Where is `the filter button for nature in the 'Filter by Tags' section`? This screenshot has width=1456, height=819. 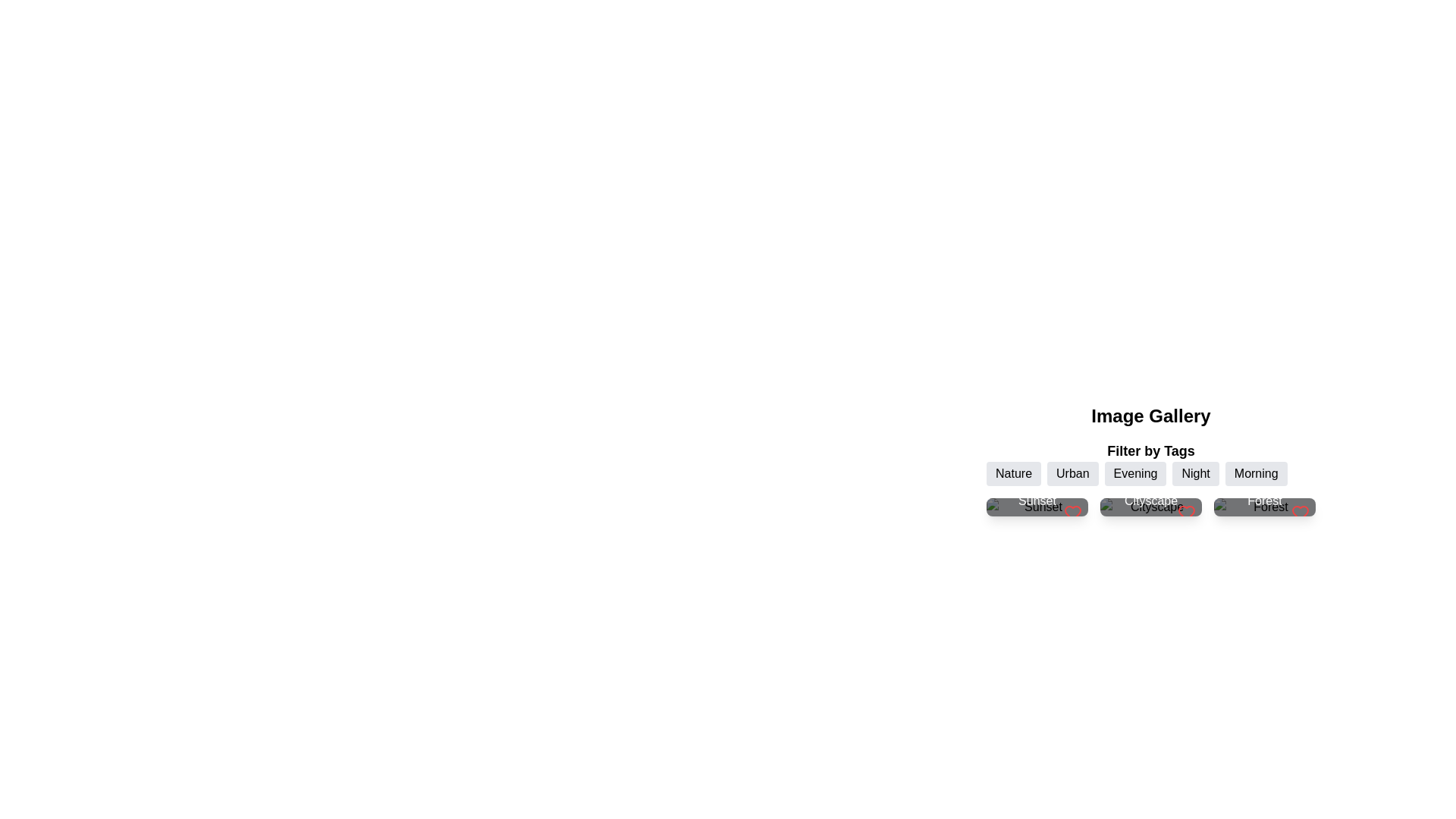
the filter button for nature in the 'Filter by Tags' section is located at coordinates (1014, 472).